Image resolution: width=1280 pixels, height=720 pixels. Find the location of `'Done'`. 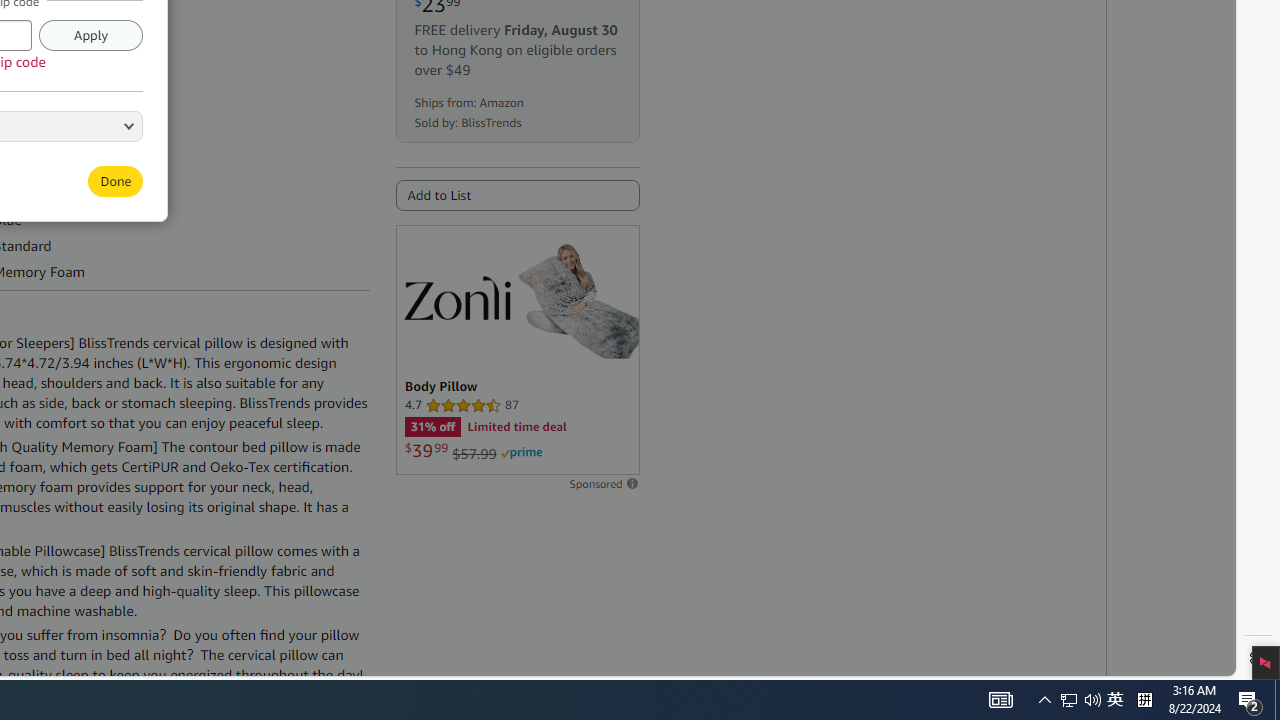

'Done' is located at coordinates (114, 181).